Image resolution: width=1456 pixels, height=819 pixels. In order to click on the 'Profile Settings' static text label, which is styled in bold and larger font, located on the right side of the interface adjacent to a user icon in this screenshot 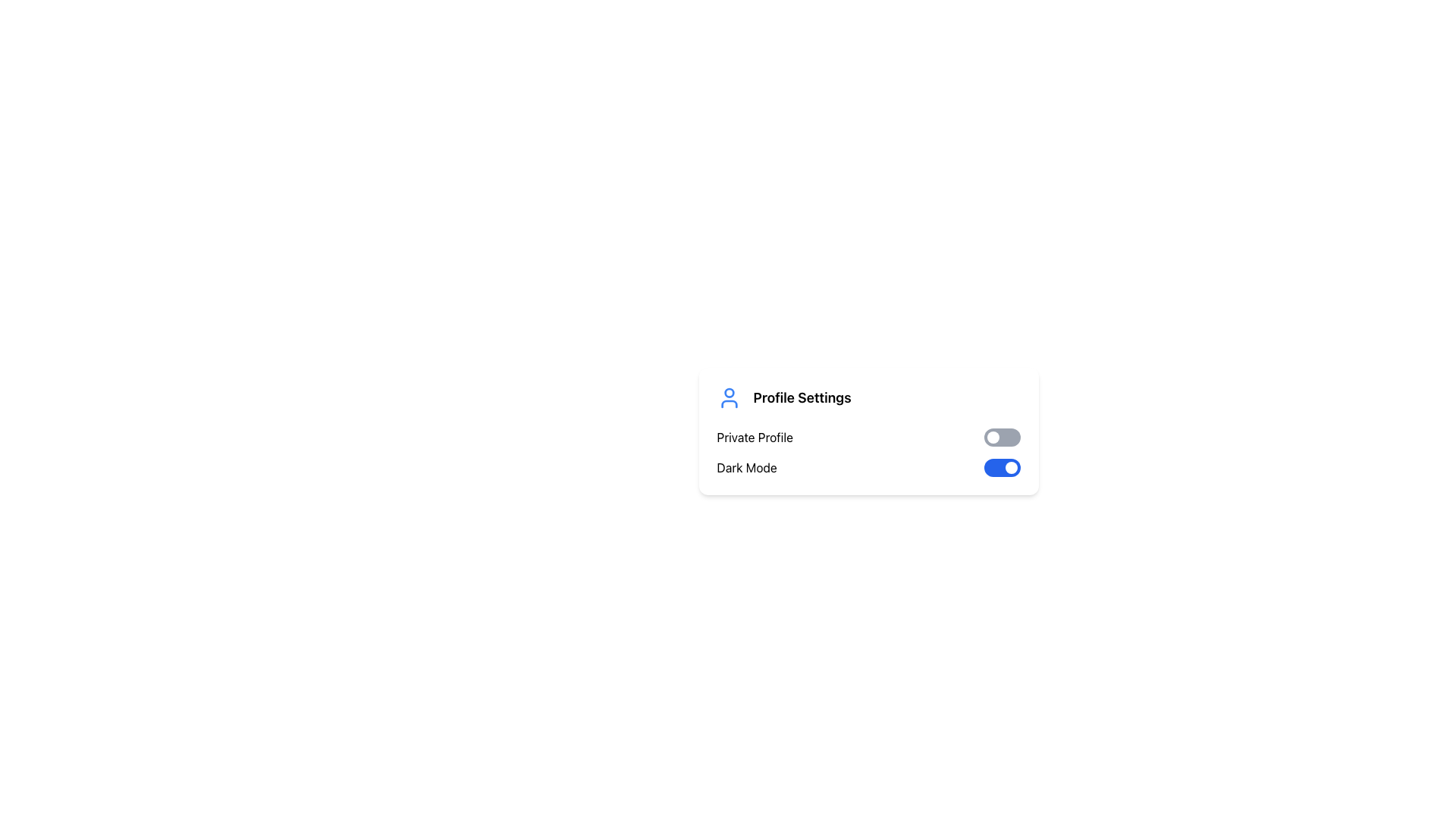, I will do `click(802, 397)`.